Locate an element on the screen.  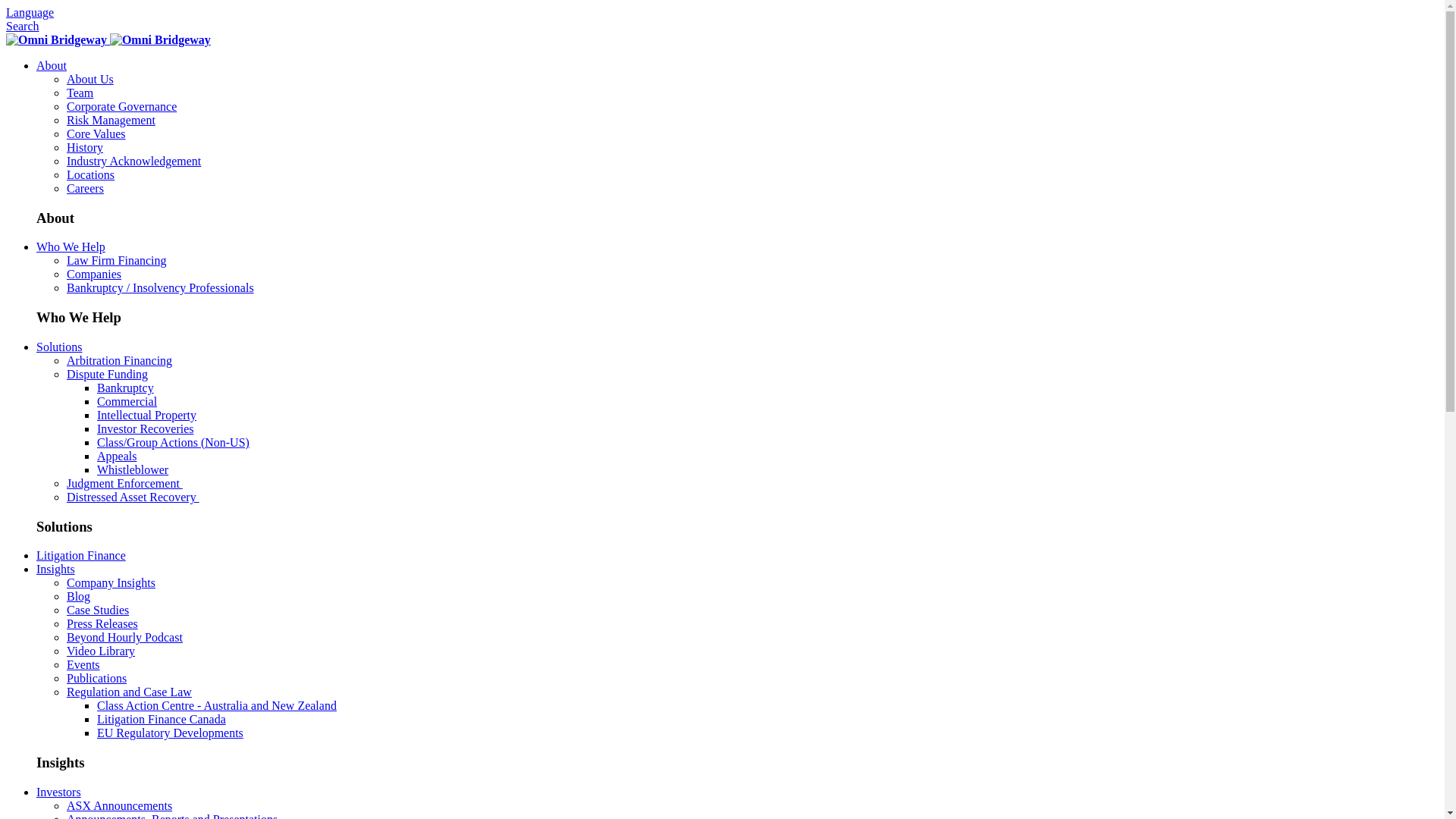
'Solutions' is located at coordinates (58, 347).